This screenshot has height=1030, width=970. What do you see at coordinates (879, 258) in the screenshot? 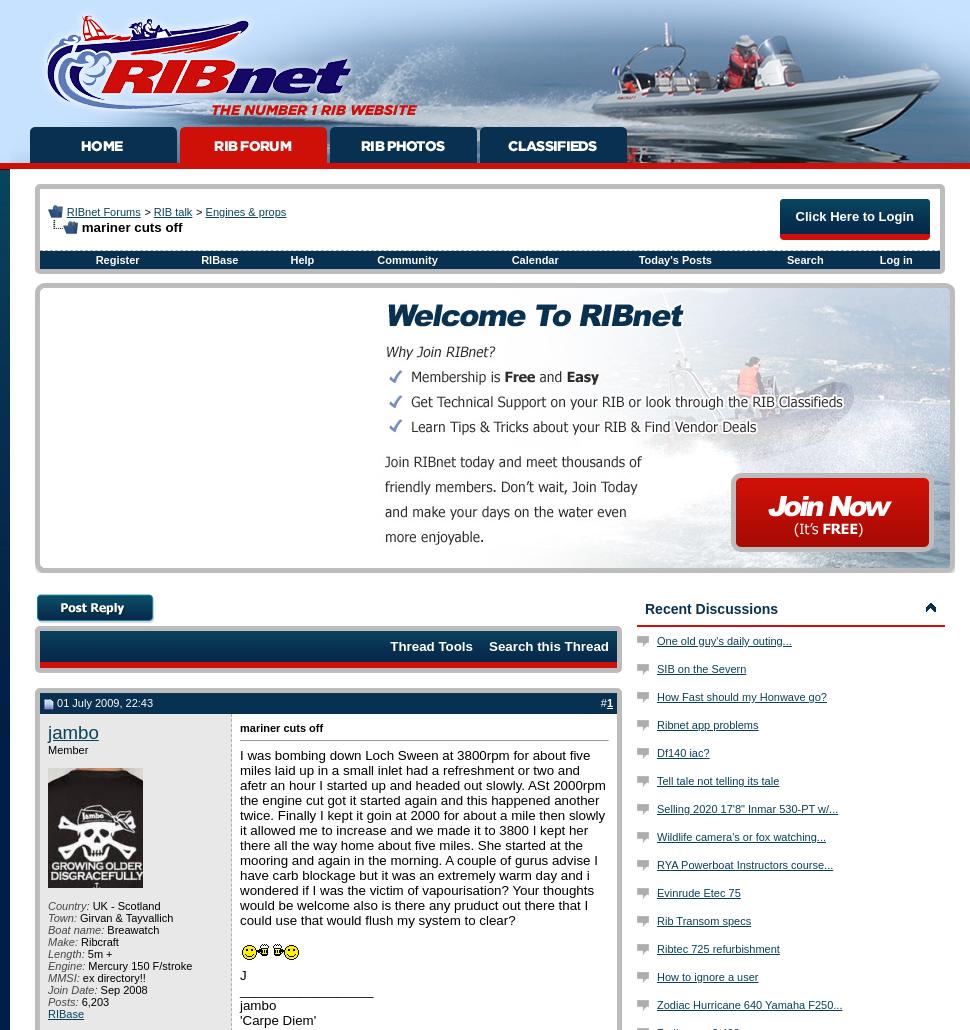
I see `'Log in'` at bounding box center [879, 258].